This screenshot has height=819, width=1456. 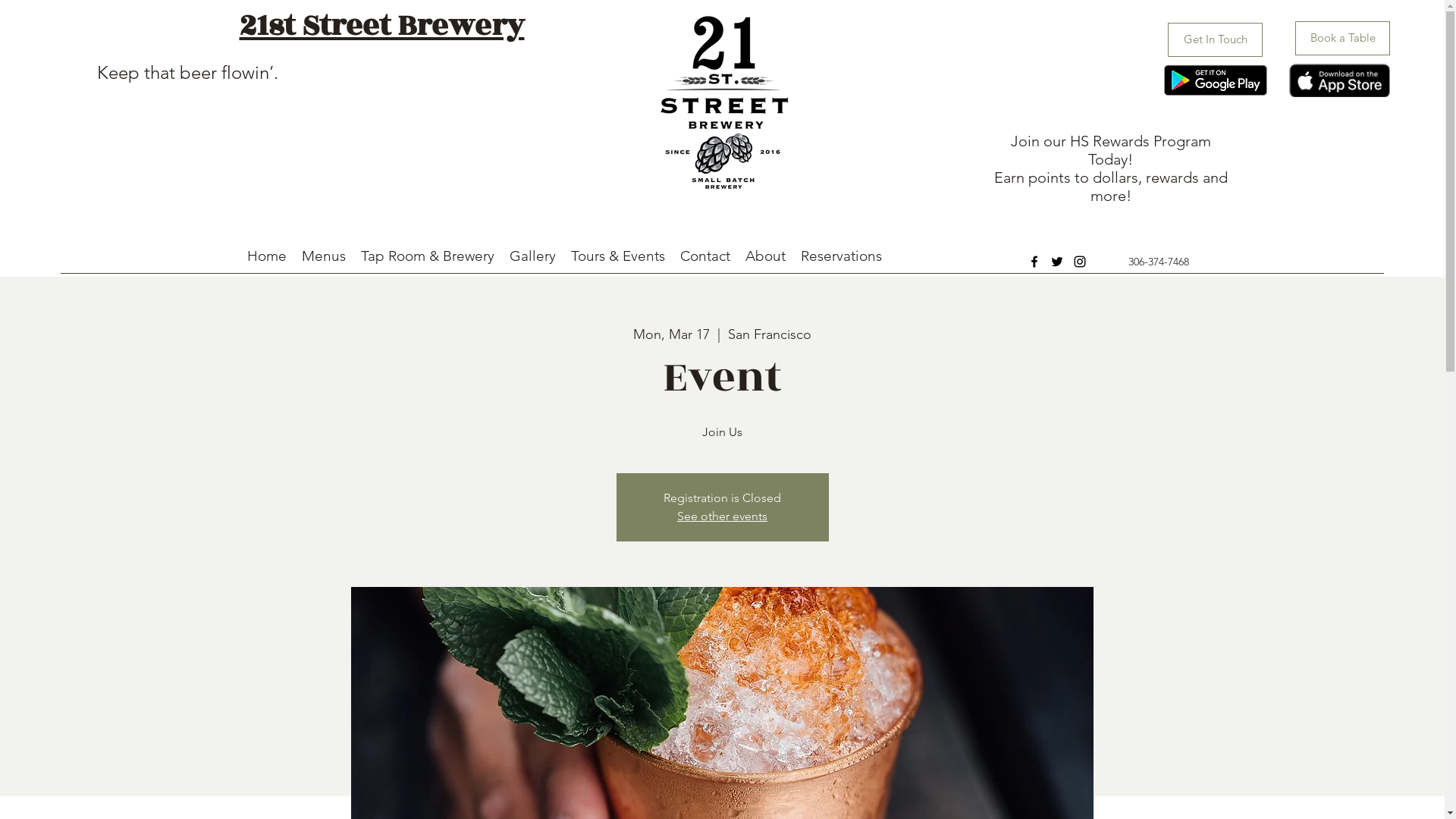 I want to click on 'Menus', so click(x=323, y=256).